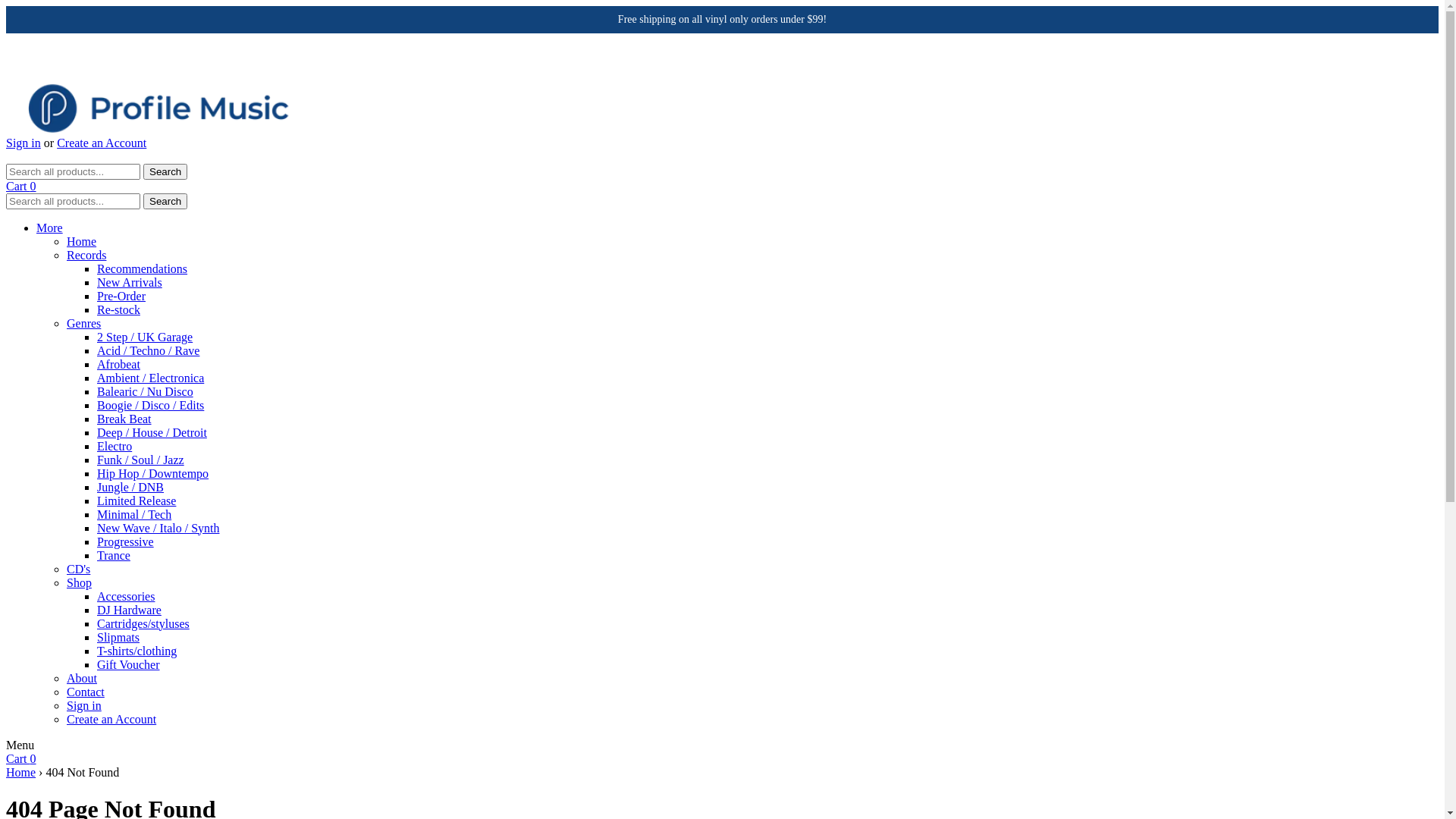 This screenshot has width=1456, height=819. Describe the element at coordinates (143, 200) in the screenshot. I see `'Search'` at that location.